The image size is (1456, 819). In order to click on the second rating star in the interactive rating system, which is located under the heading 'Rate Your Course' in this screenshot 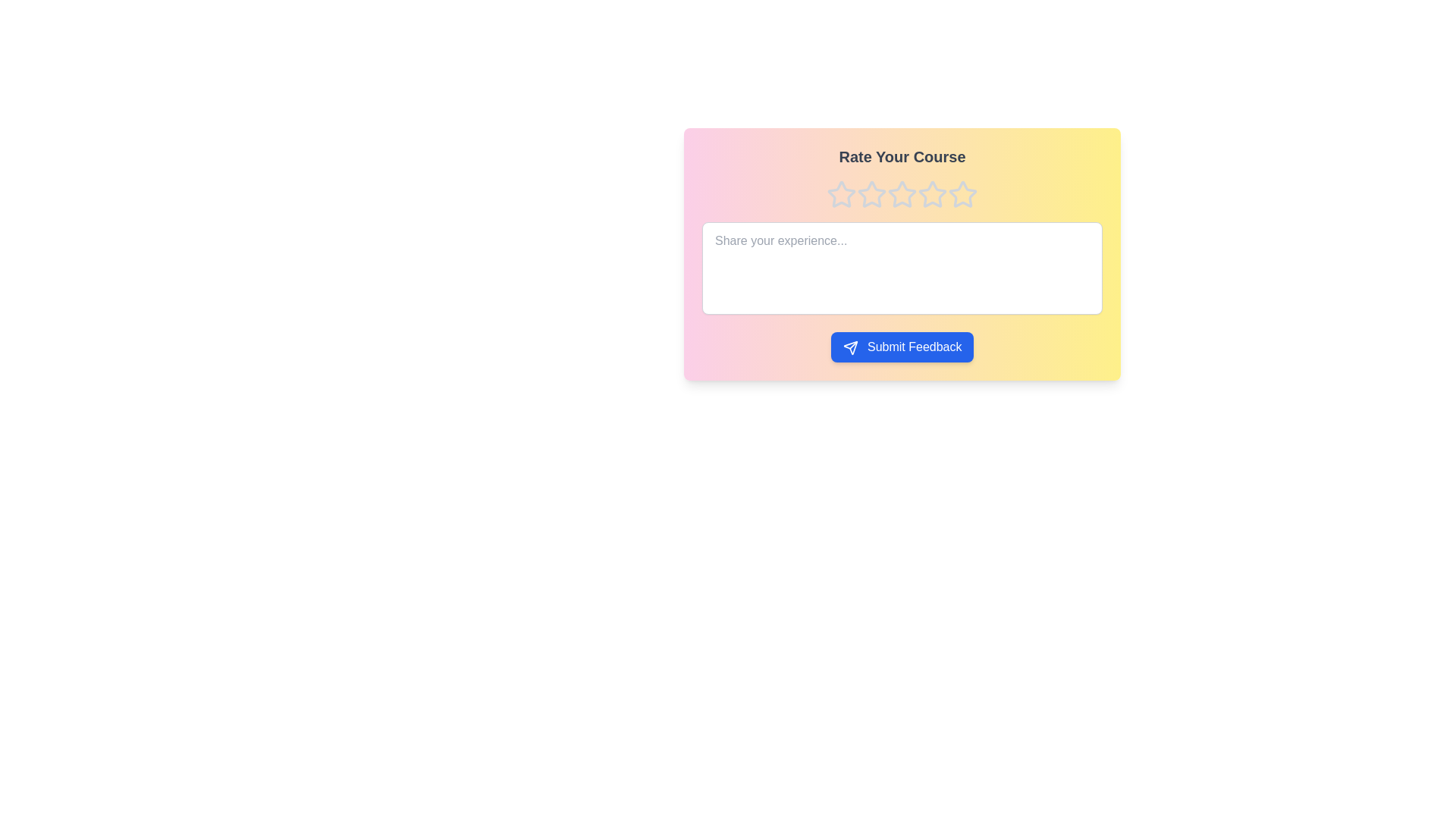, I will do `click(872, 193)`.